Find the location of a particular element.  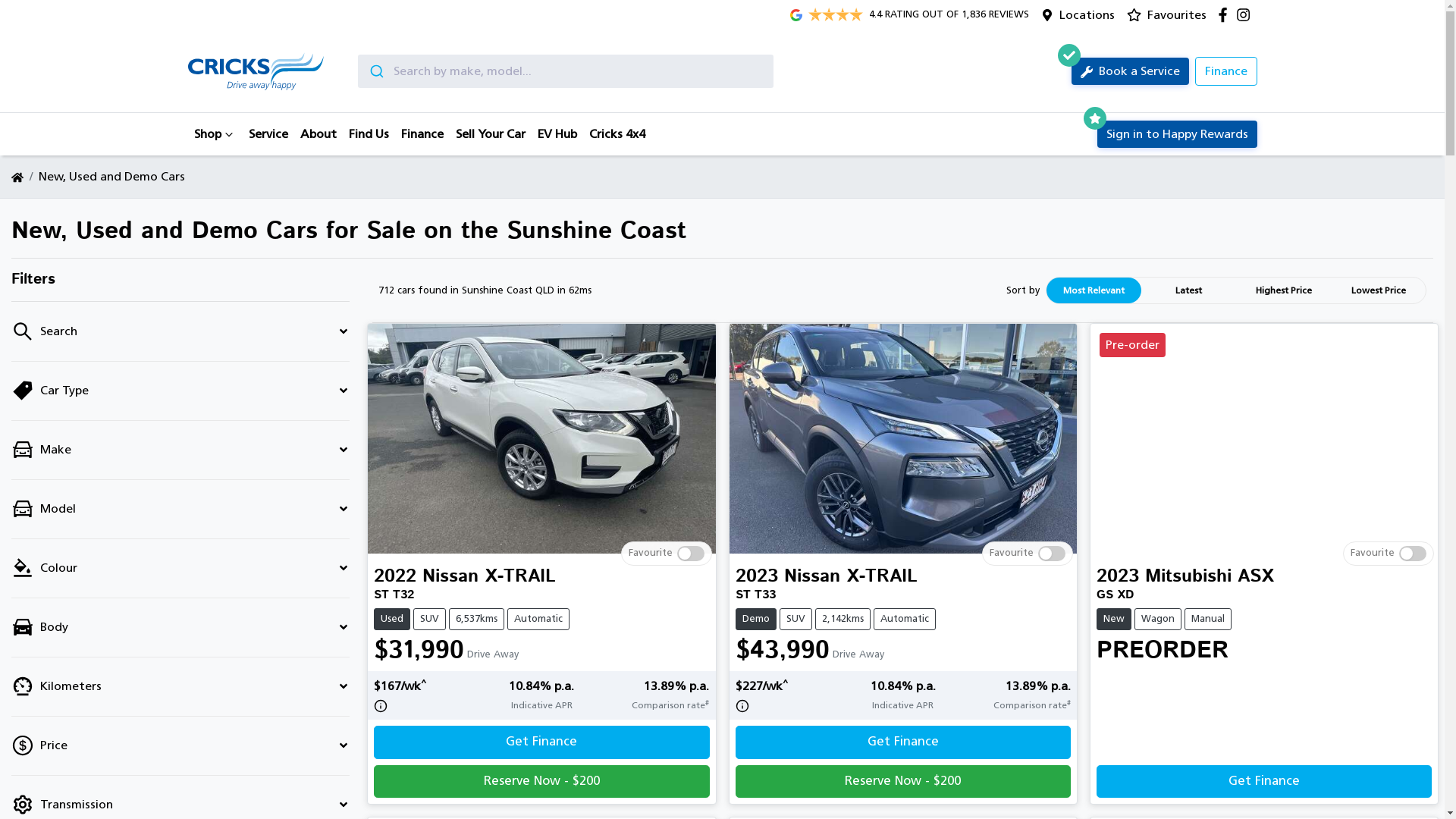

'Shop' is located at coordinates (214, 133).